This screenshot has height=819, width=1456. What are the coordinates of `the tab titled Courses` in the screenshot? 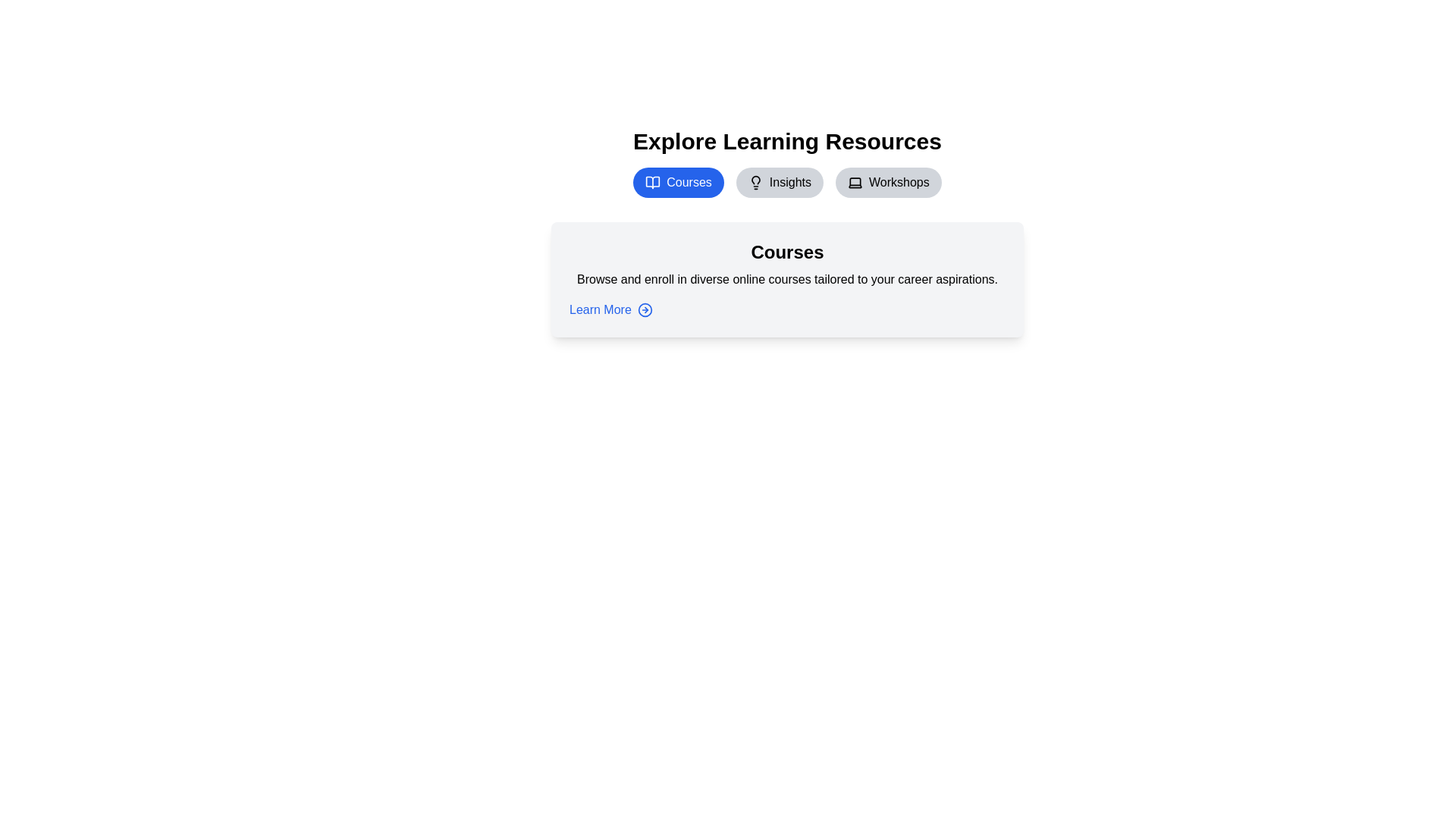 It's located at (678, 181).